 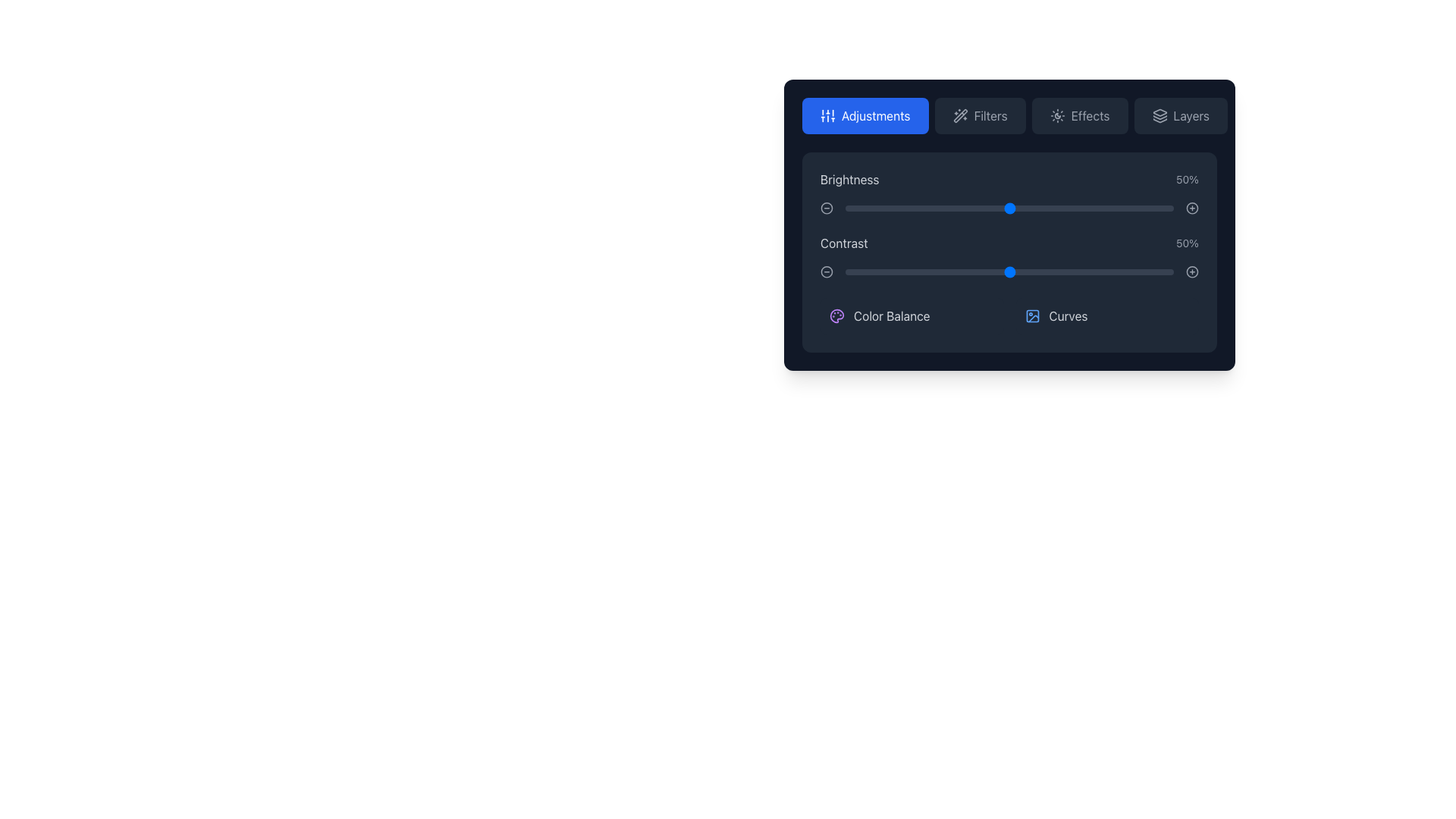 I want to click on the 'Layers' button, which is a rectangular button with a grayscale color scheme and an icon of stacked layers, so click(x=1180, y=115).